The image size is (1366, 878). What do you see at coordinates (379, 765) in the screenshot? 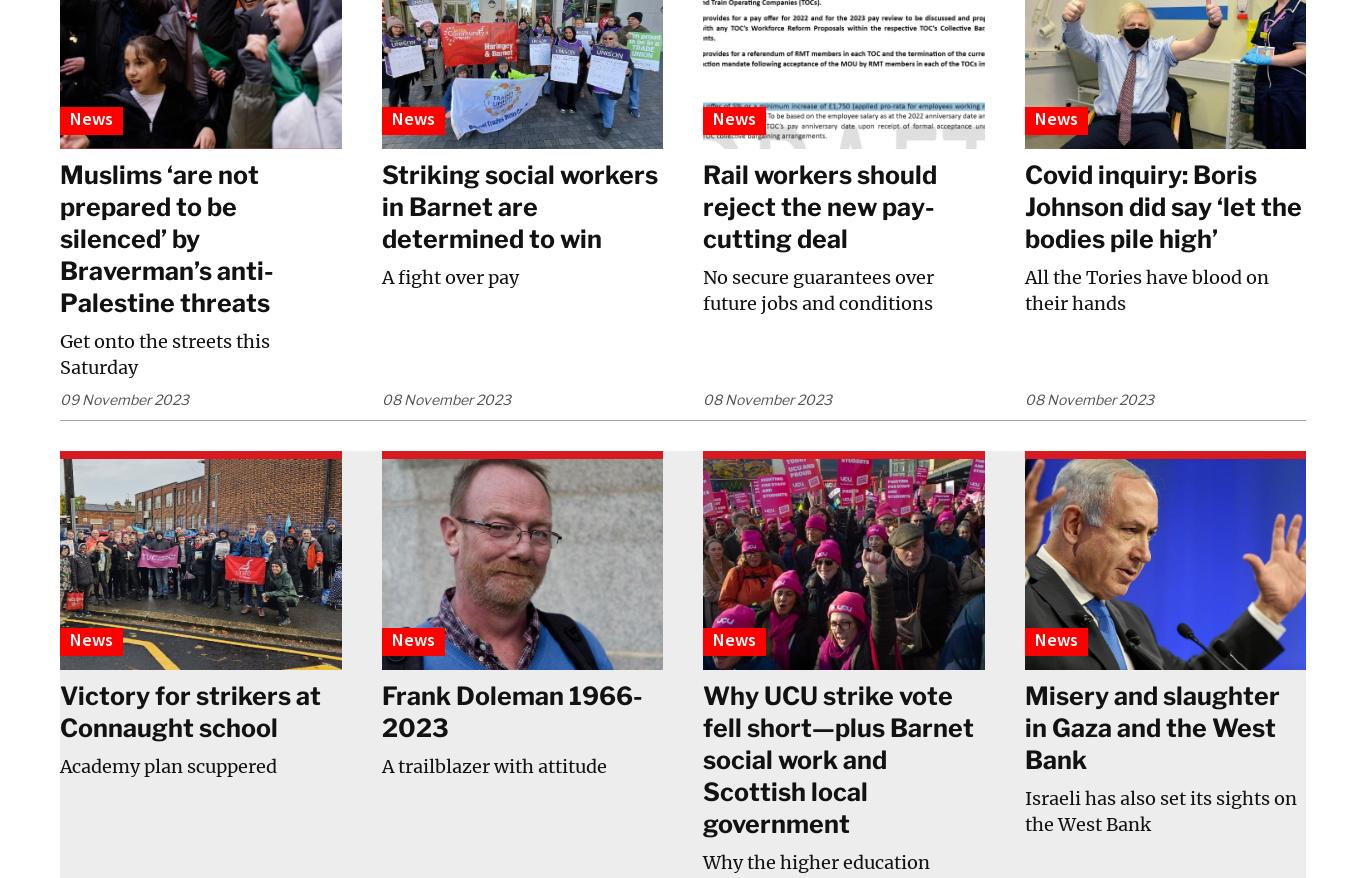
I see `'A trailblazer with attitude'` at bounding box center [379, 765].